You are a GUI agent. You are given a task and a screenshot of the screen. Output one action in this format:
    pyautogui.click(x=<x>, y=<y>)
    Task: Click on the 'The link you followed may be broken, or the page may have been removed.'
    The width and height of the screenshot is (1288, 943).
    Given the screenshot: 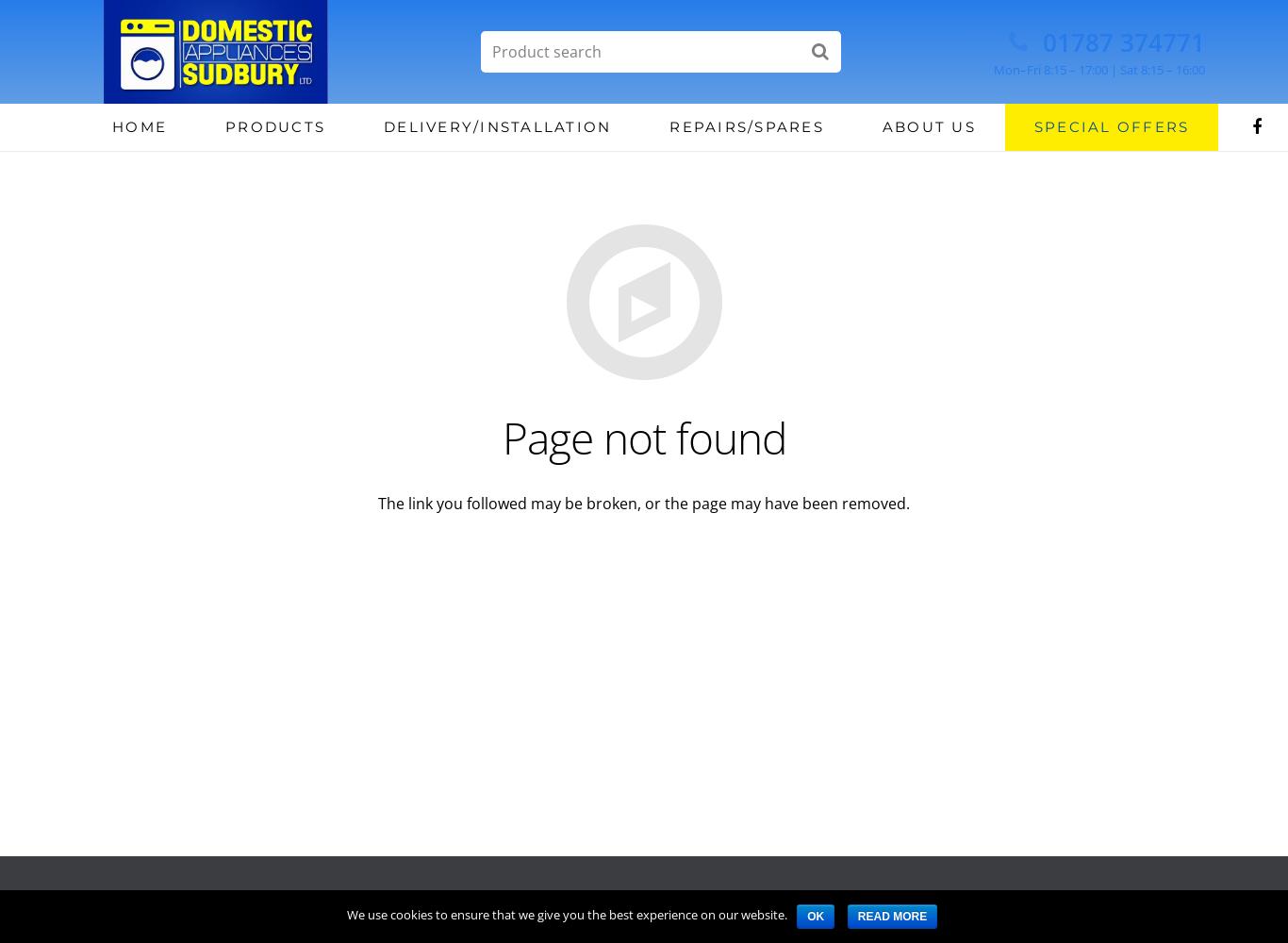 What is the action you would take?
    pyautogui.click(x=644, y=504)
    